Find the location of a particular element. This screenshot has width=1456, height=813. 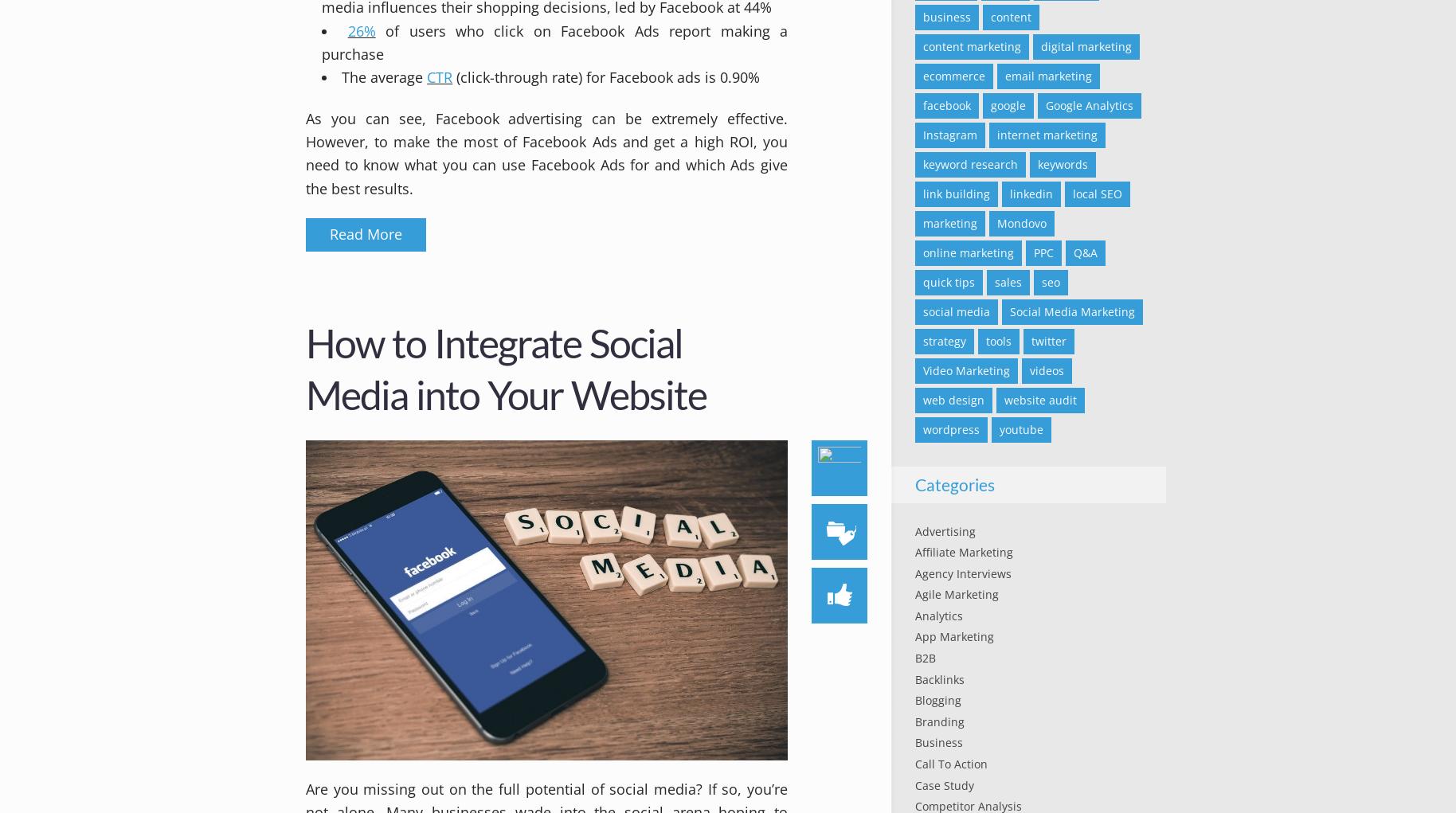

'Analytics' is located at coordinates (938, 615).